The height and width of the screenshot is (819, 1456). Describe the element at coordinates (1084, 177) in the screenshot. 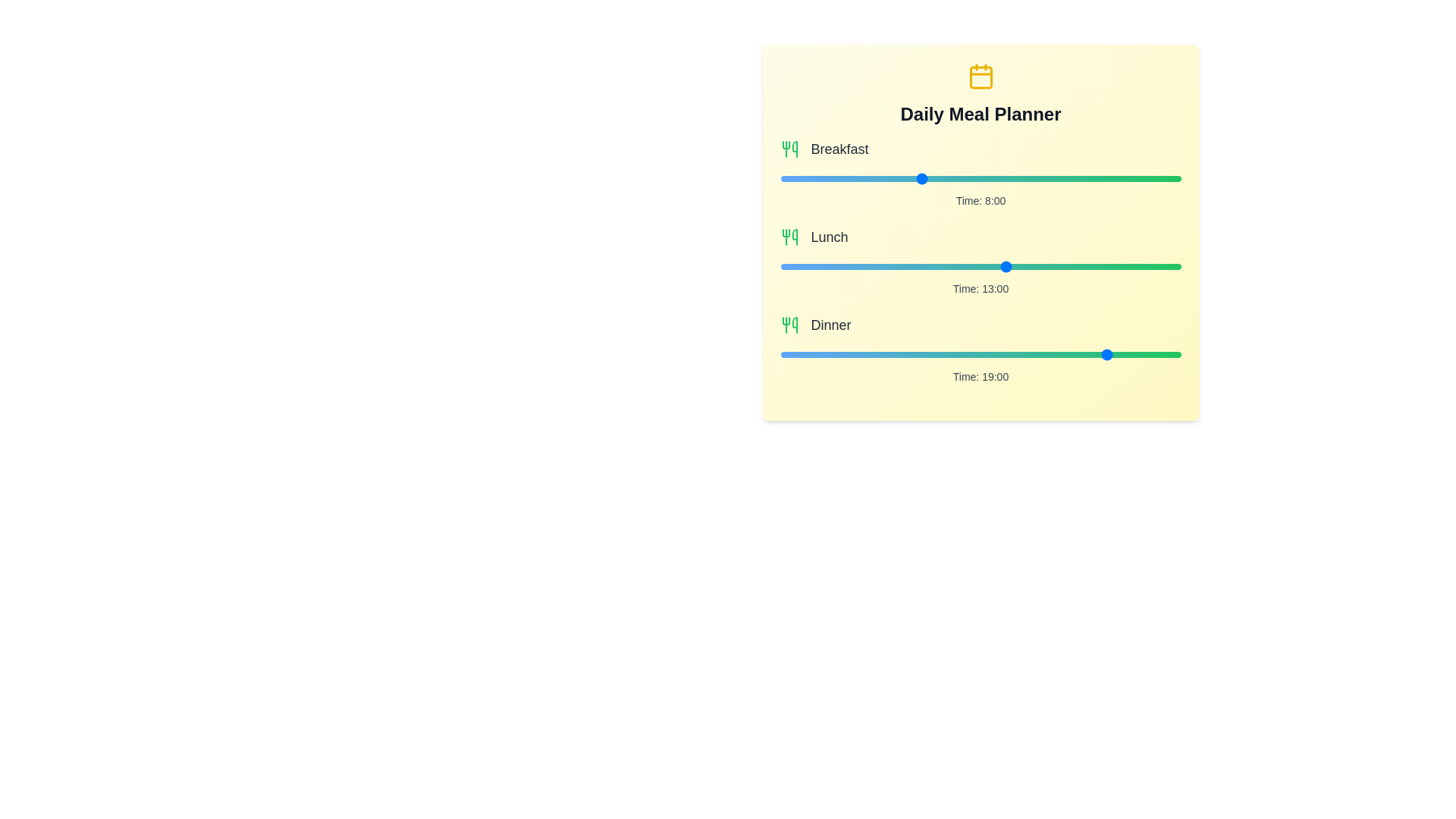

I see `the 0 slider to 6 hours` at that location.